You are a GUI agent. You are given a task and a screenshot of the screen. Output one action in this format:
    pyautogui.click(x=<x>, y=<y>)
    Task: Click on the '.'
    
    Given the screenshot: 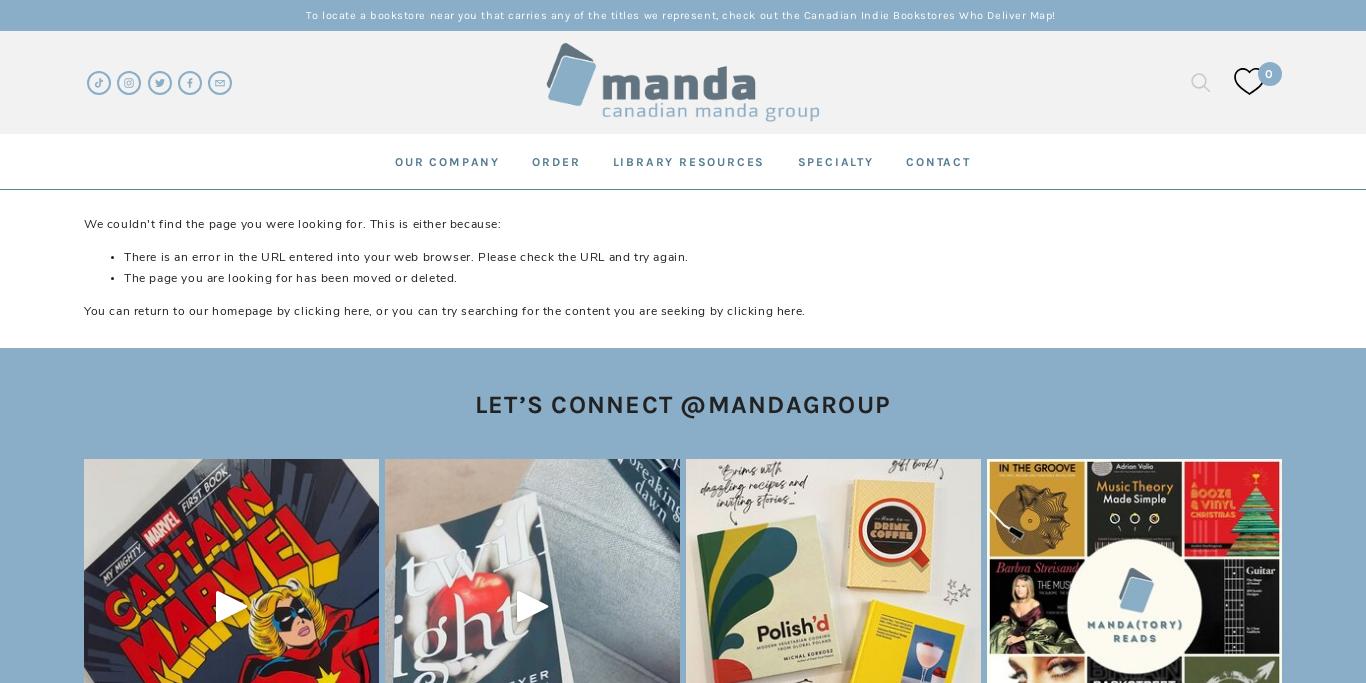 What is the action you would take?
    pyautogui.click(x=802, y=310)
    